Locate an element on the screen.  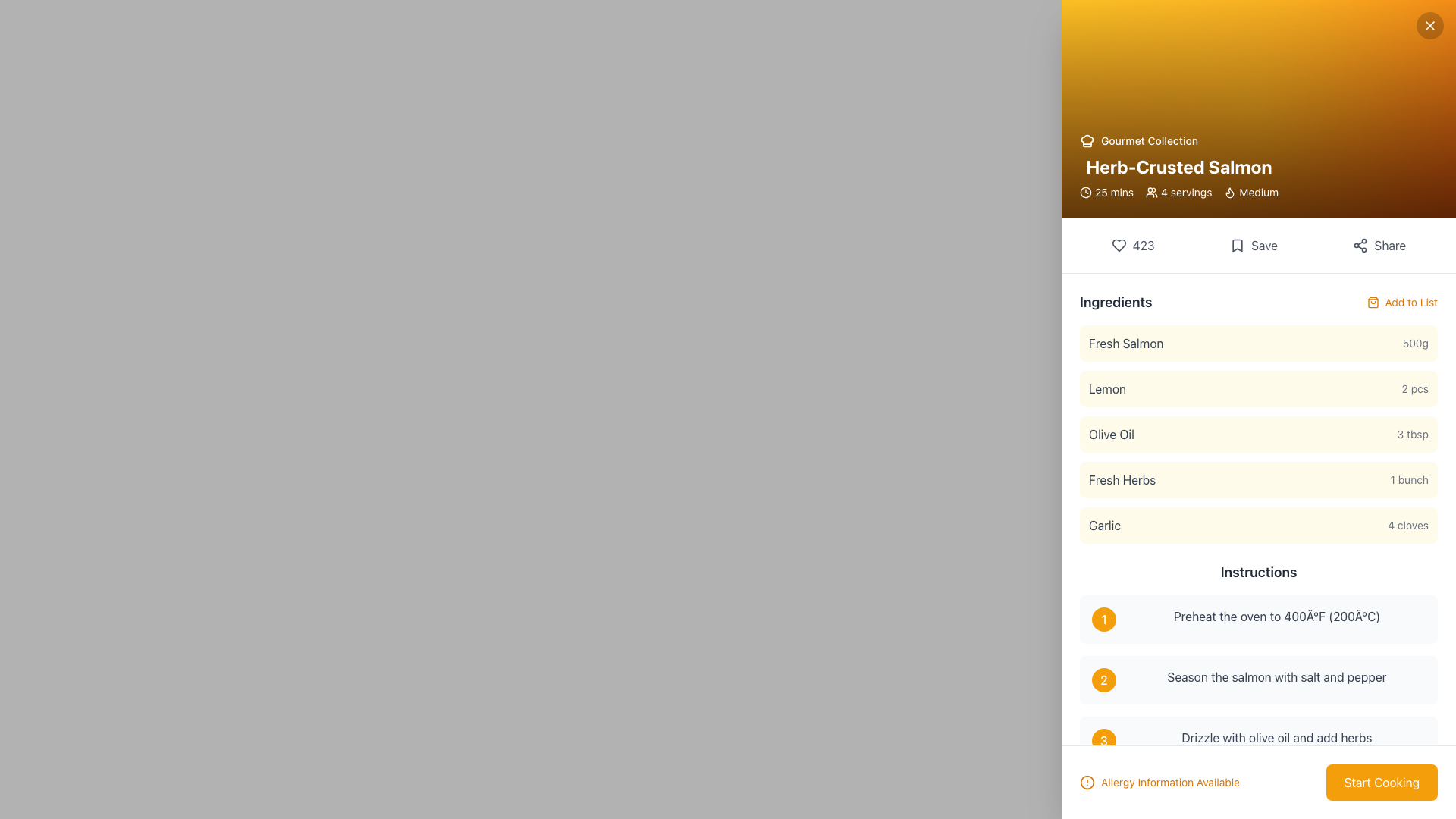
quantity of the fifth ingredient listed in the 'Ingredients' section, located below 'Fresh Herbs 1 bunch' and above the 'Instructions' section is located at coordinates (1259, 525).